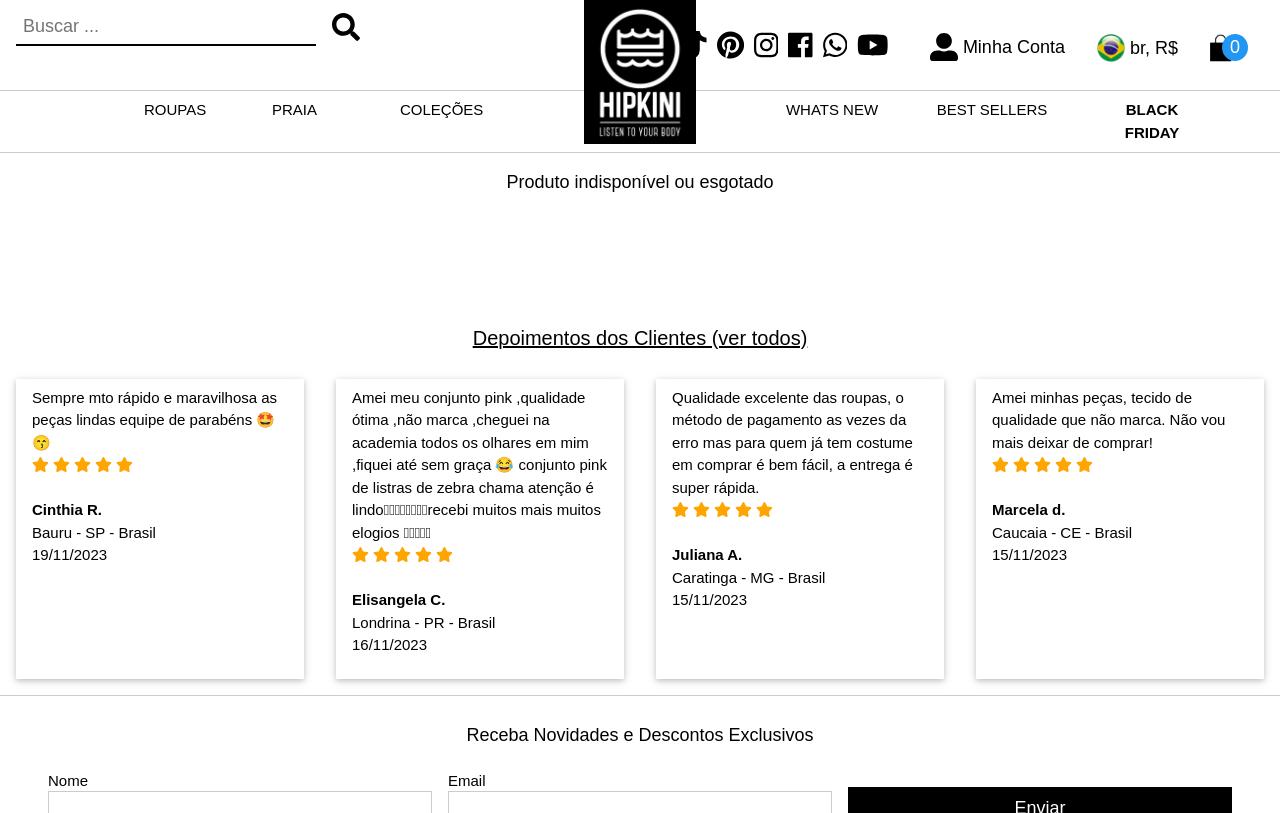  Describe the element at coordinates (747, 576) in the screenshot. I see `'Caratinga - MG - Brasil'` at that location.